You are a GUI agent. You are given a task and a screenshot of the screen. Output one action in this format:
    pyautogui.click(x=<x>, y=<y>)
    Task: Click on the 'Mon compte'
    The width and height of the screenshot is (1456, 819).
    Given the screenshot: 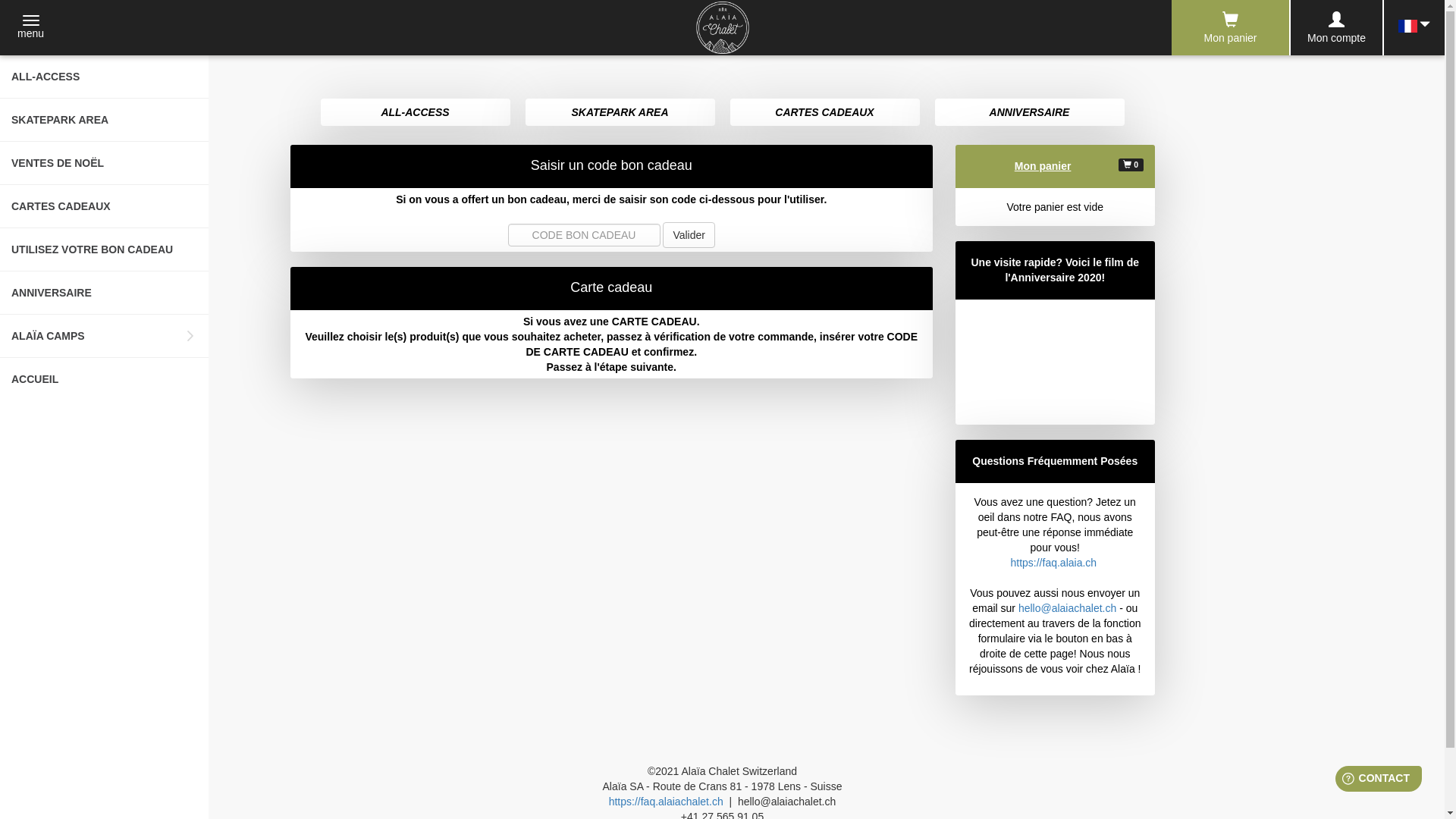 What is the action you would take?
    pyautogui.click(x=1336, y=28)
    